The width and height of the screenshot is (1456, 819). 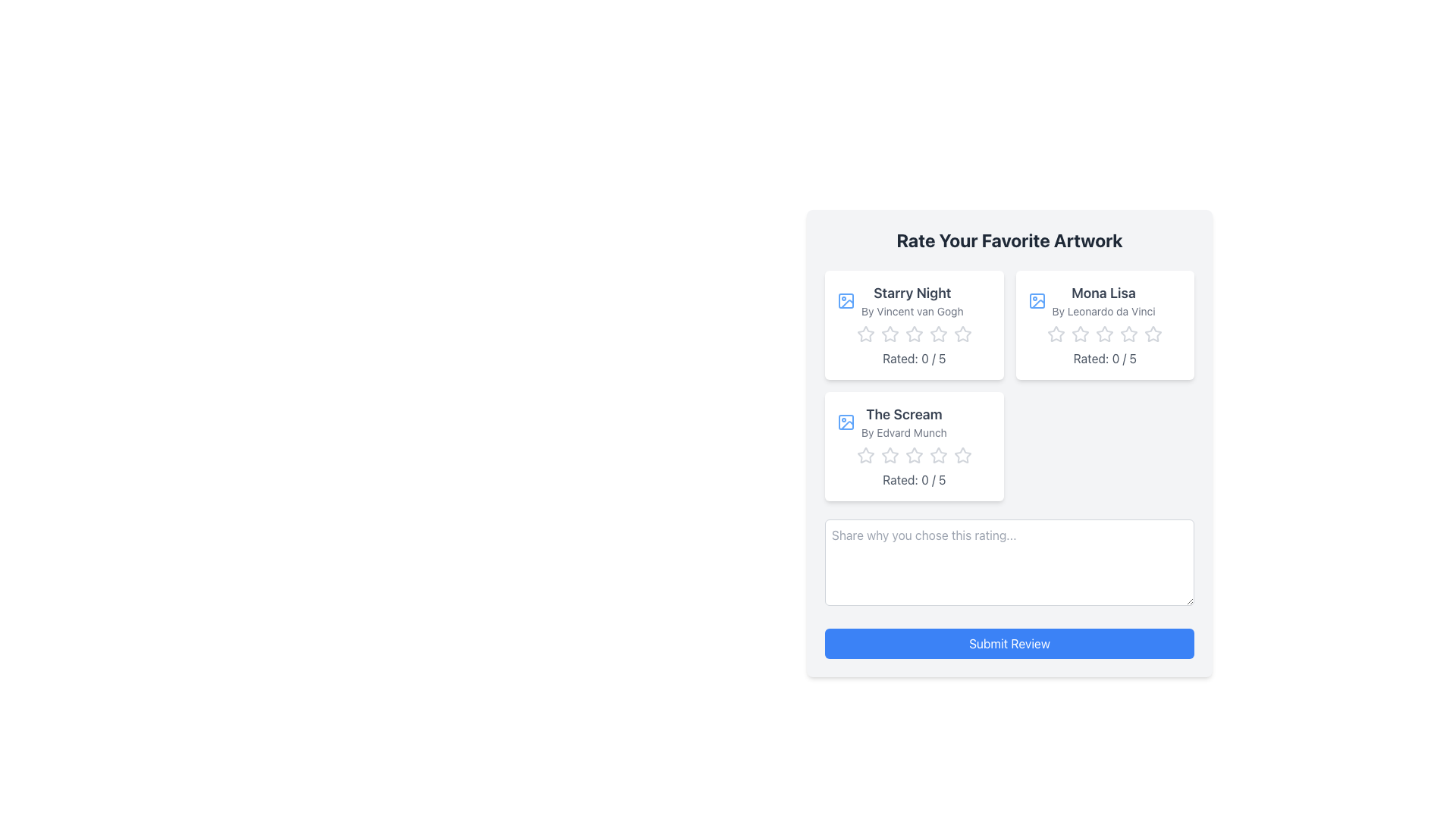 I want to click on the first star icon, so click(x=912, y=454).